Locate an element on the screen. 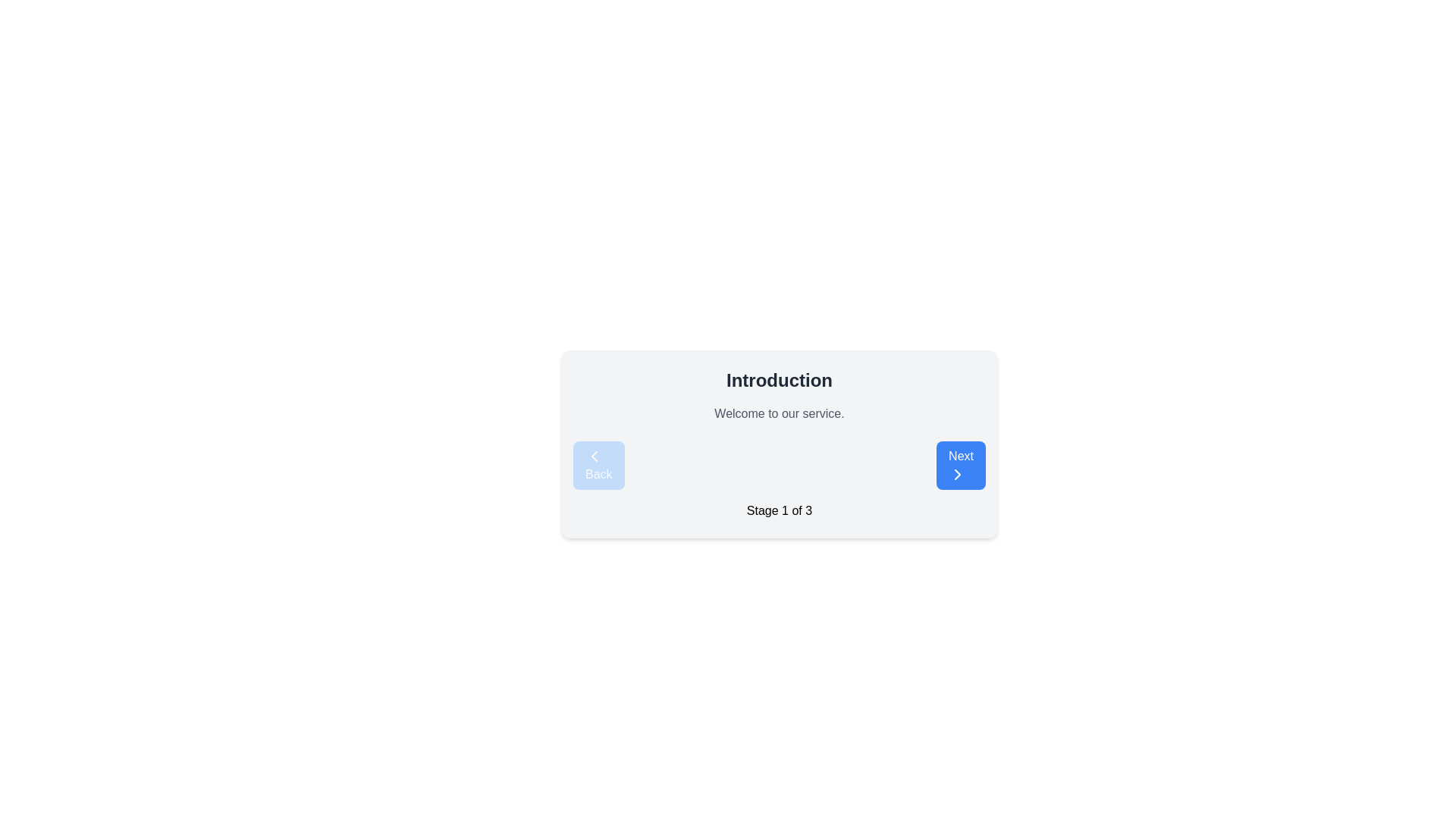  the text label that serves as an introductory message welcoming users to the service, positioned below the 'Introduction' heading and above the navigation section is located at coordinates (779, 414).